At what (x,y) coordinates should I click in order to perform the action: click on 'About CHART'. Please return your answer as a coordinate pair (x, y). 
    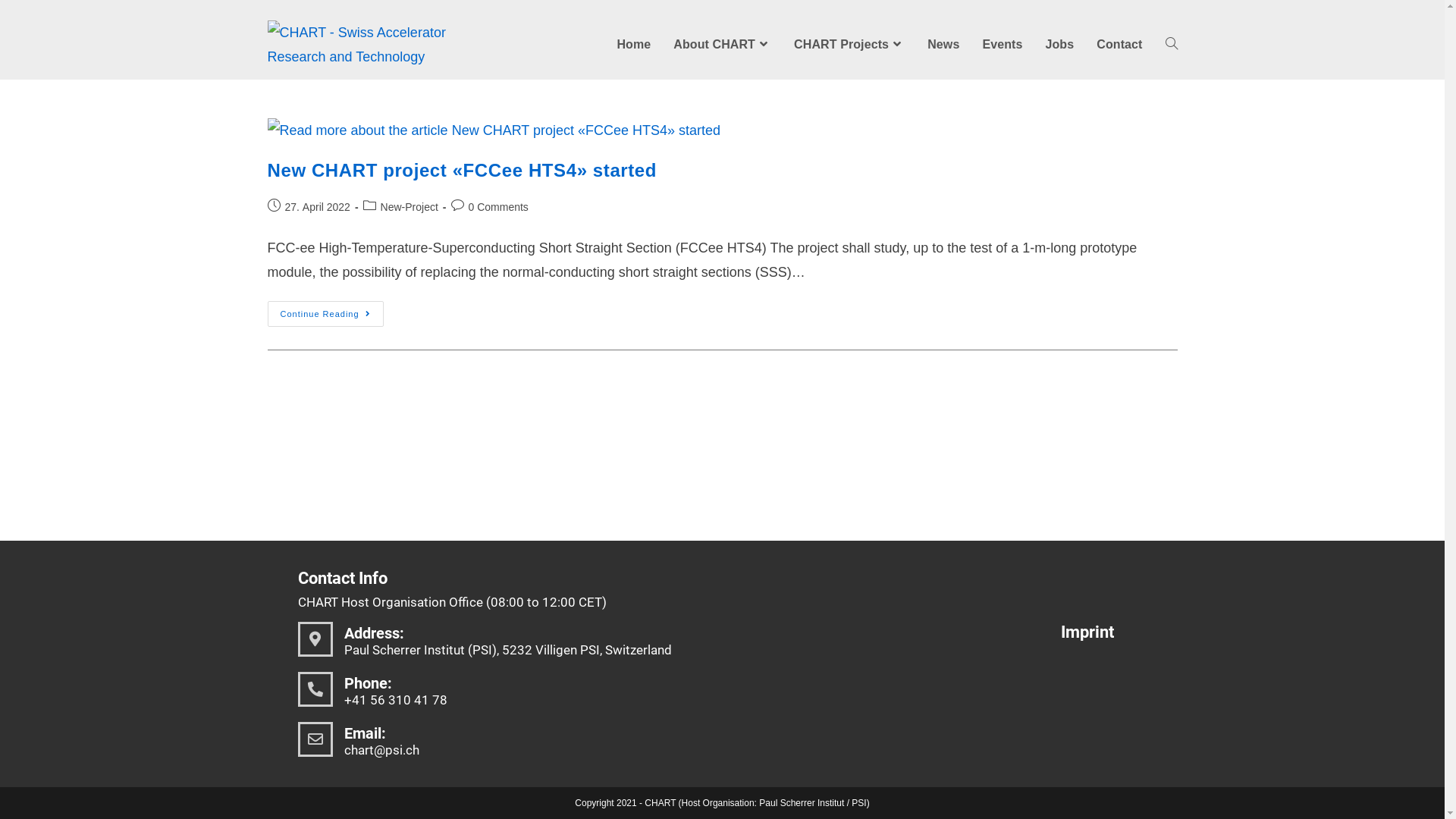
    Looking at the image, I should click on (721, 43).